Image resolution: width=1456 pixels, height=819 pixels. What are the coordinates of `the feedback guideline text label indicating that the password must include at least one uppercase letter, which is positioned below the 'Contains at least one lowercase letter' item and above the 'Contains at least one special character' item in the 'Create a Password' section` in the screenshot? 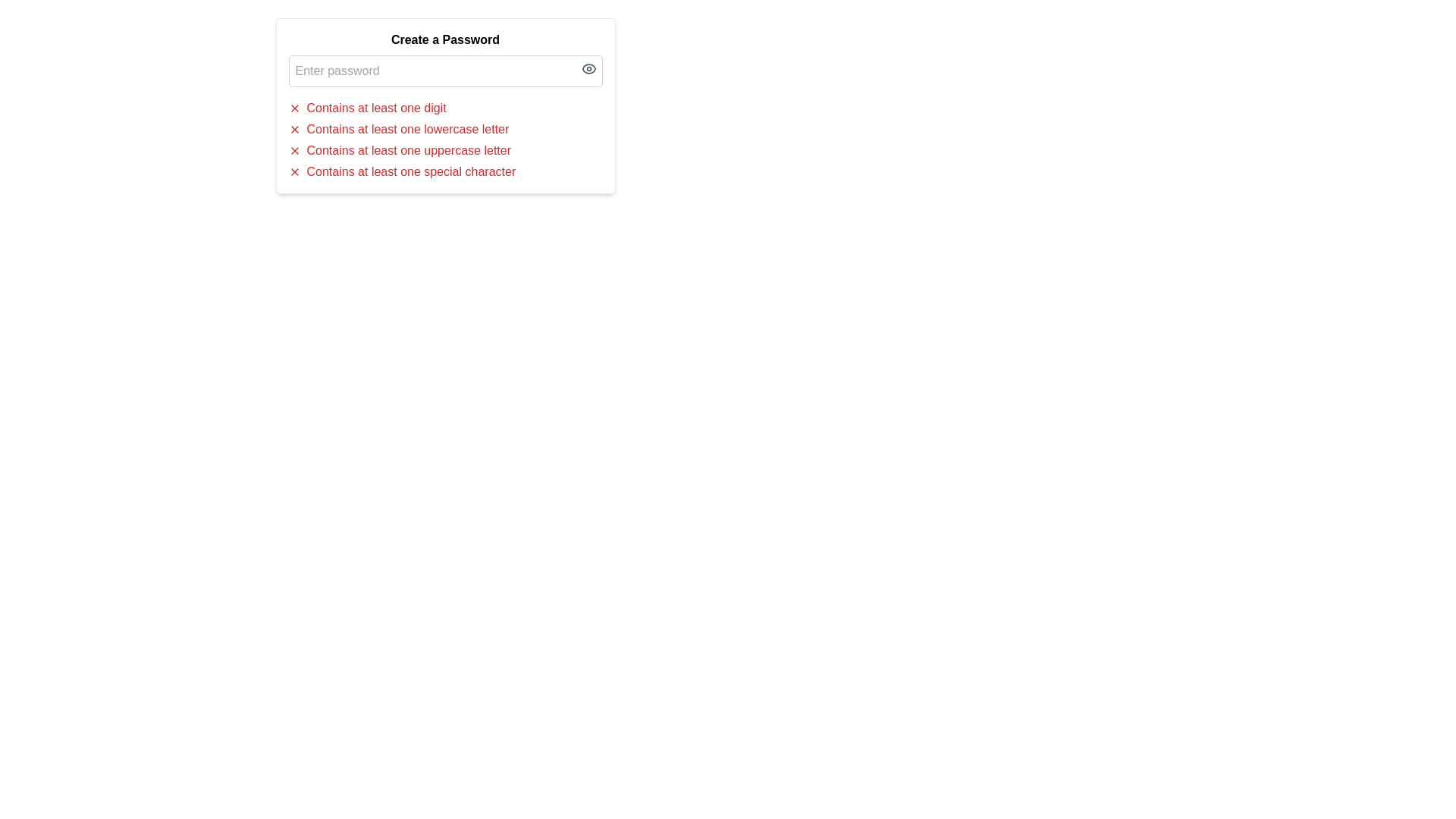 It's located at (409, 151).